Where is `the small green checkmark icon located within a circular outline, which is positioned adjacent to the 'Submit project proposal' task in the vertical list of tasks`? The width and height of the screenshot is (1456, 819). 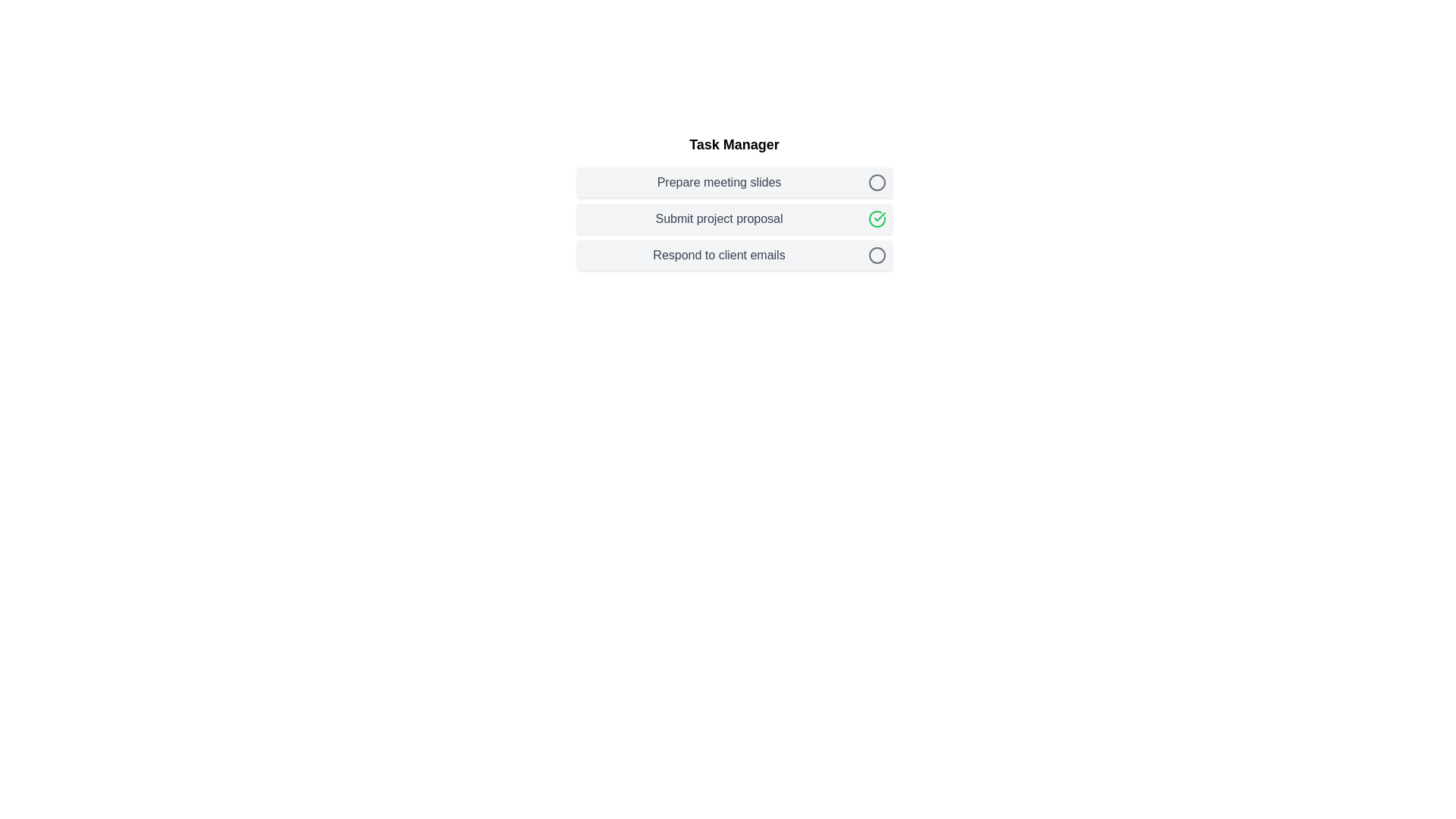
the small green checkmark icon located within a circular outline, which is positioned adjacent to the 'Submit project proposal' task in the vertical list of tasks is located at coordinates (880, 216).